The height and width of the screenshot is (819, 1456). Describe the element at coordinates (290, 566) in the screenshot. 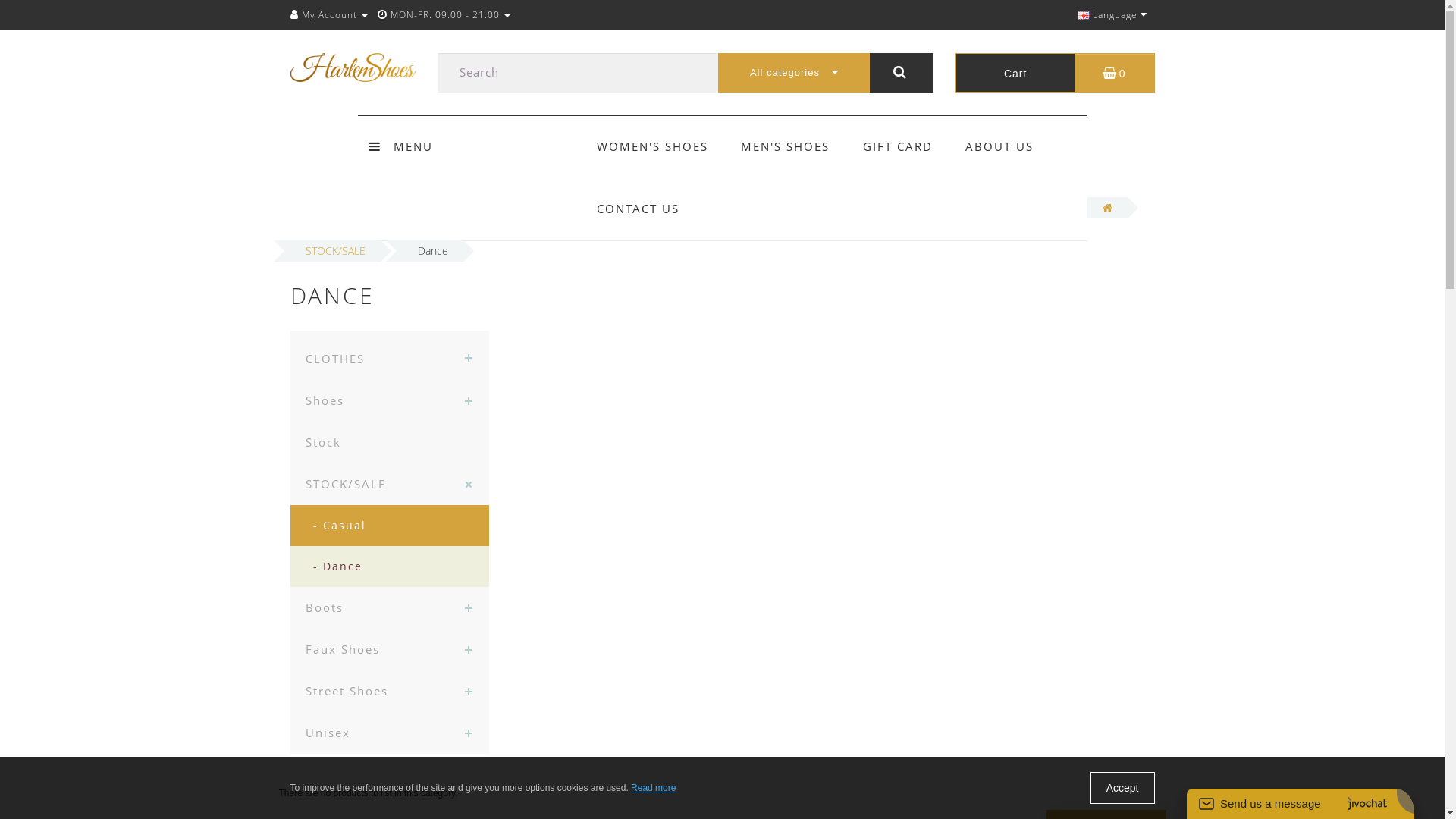

I see `'- Dance'` at that location.